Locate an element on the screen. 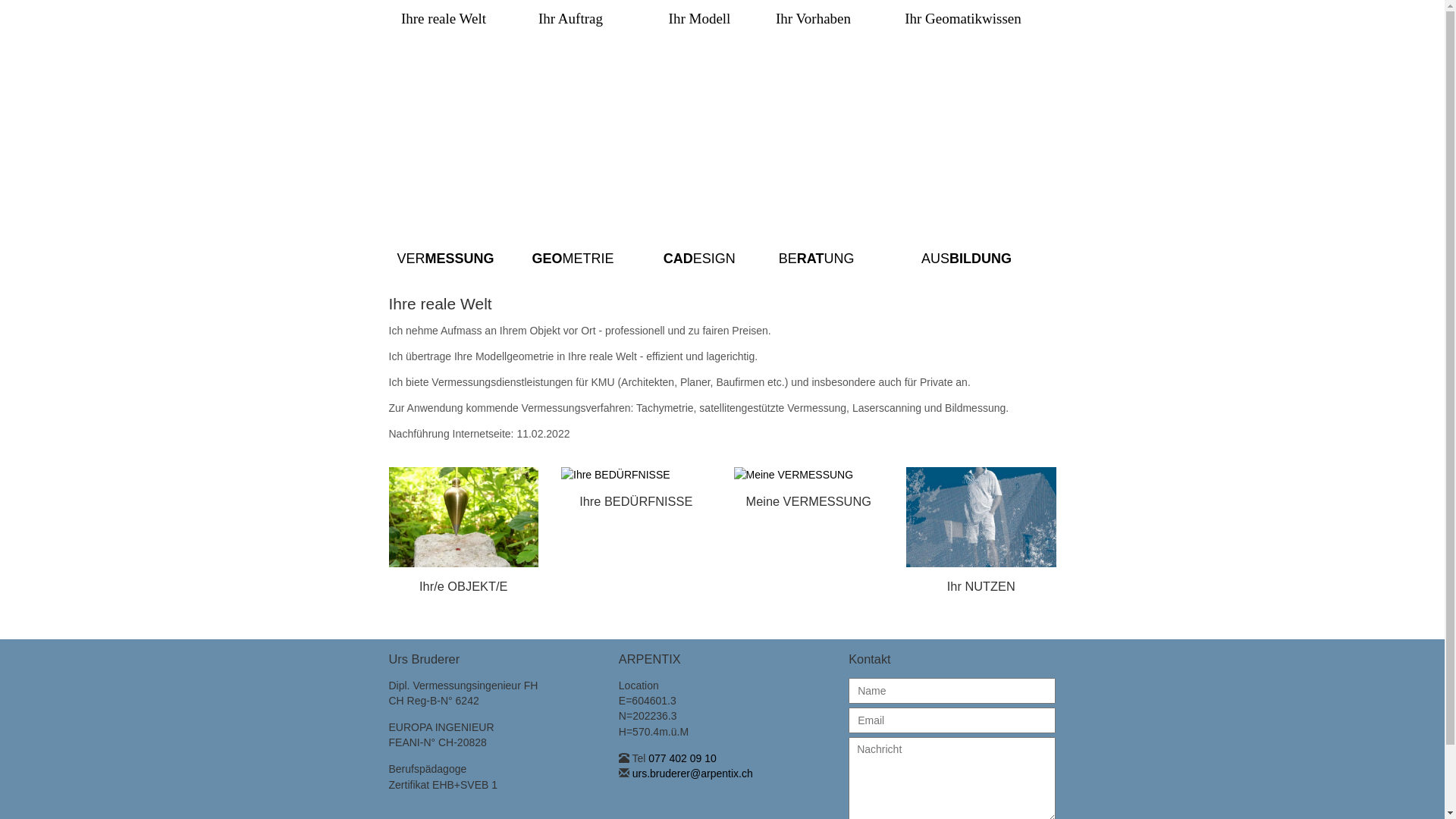 The height and width of the screenshot is (819, 1456). 'Ihr Geomatikwissen' is located at coordinates (962, 18).